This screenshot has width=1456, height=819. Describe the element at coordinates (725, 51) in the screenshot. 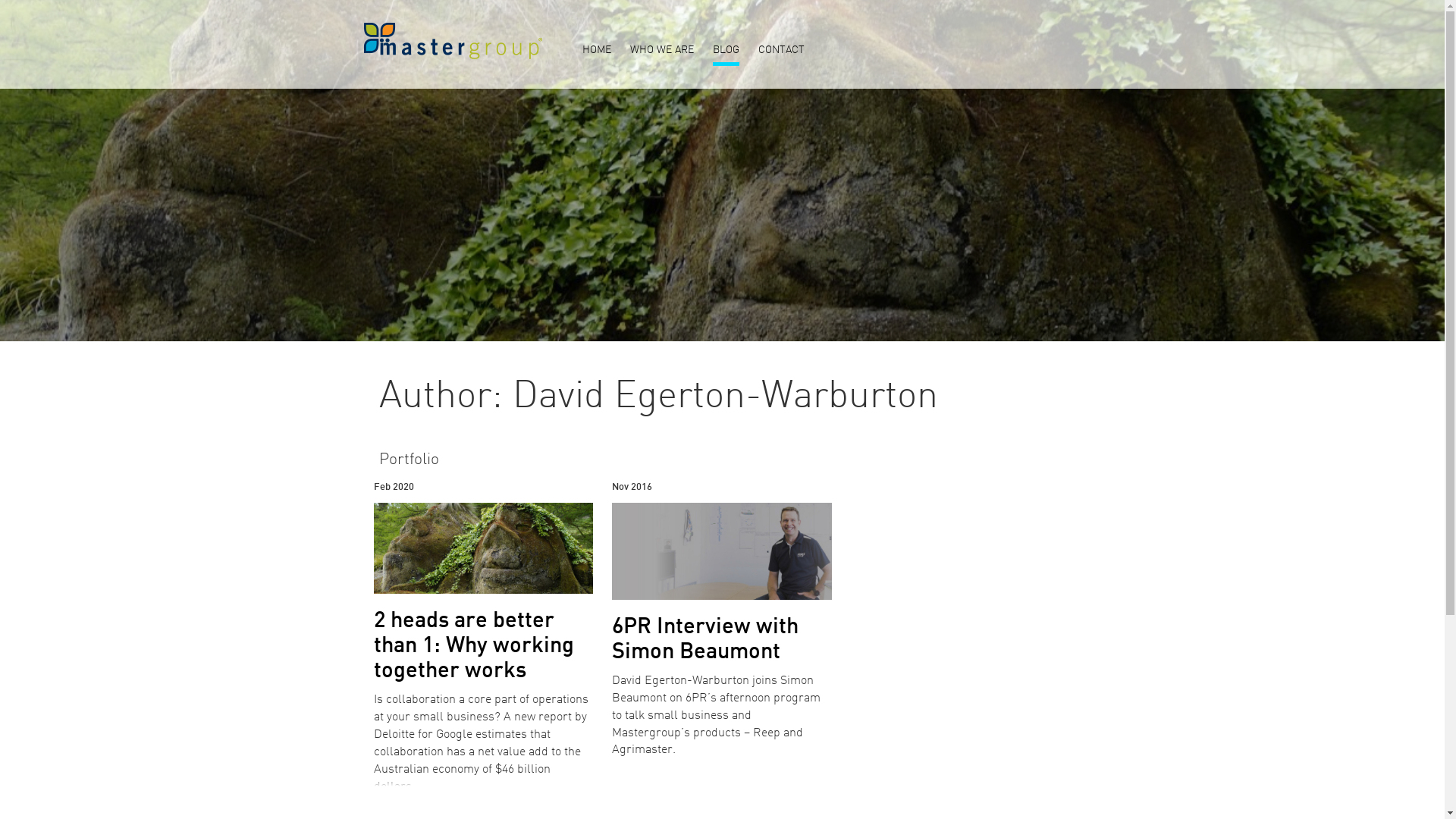

I see `'BLOG'` at that location.